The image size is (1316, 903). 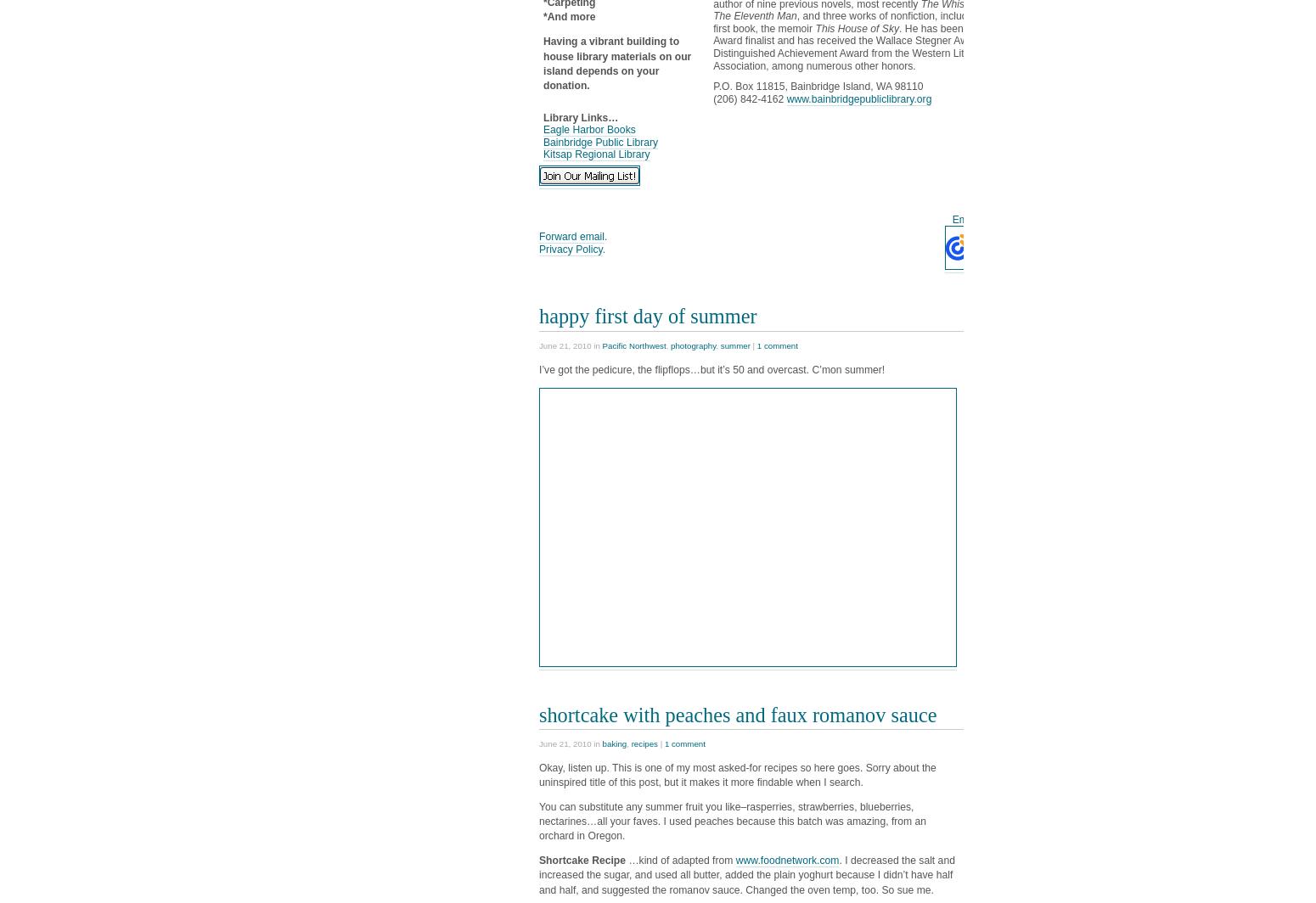 What do you see at coordinates (600, 142) in the screenshot?
I see `'Bainbridge Public Library'` at bounding box center [600, 142].